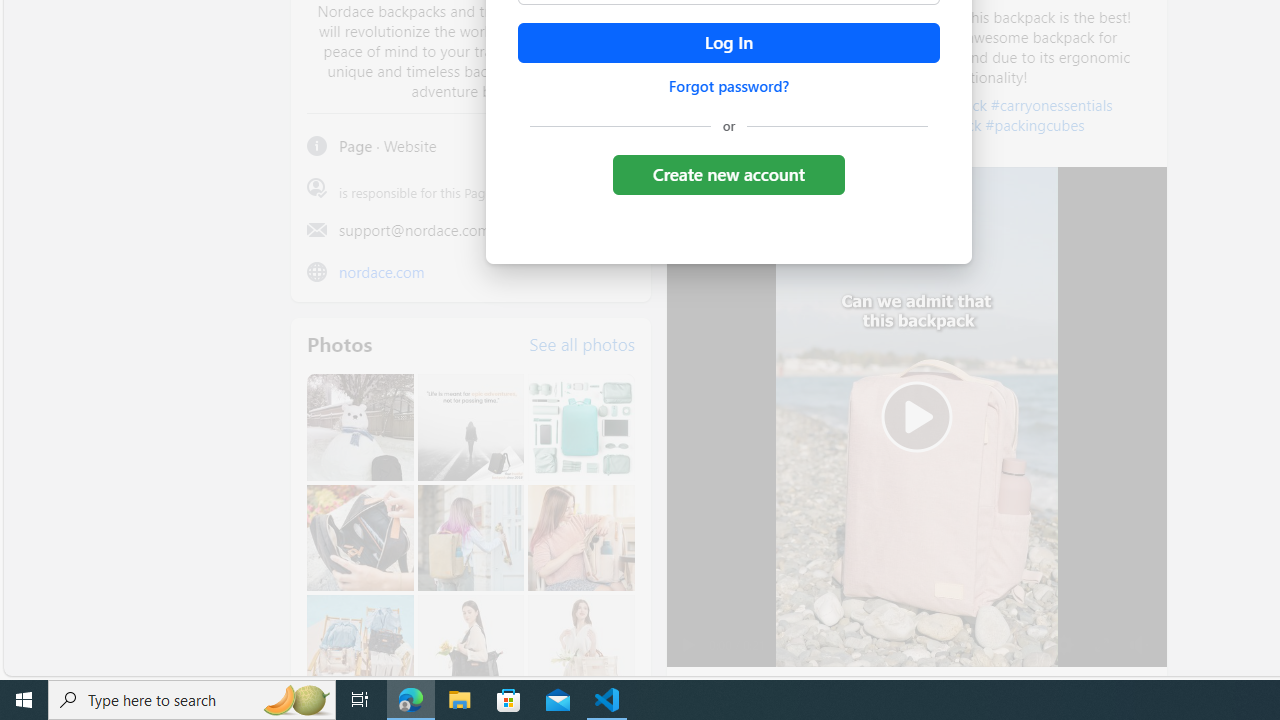  What do you see at coordinates (727, 43) in the screenshot?
I see `'Accessible login button'` at bounding box center [727, 43].